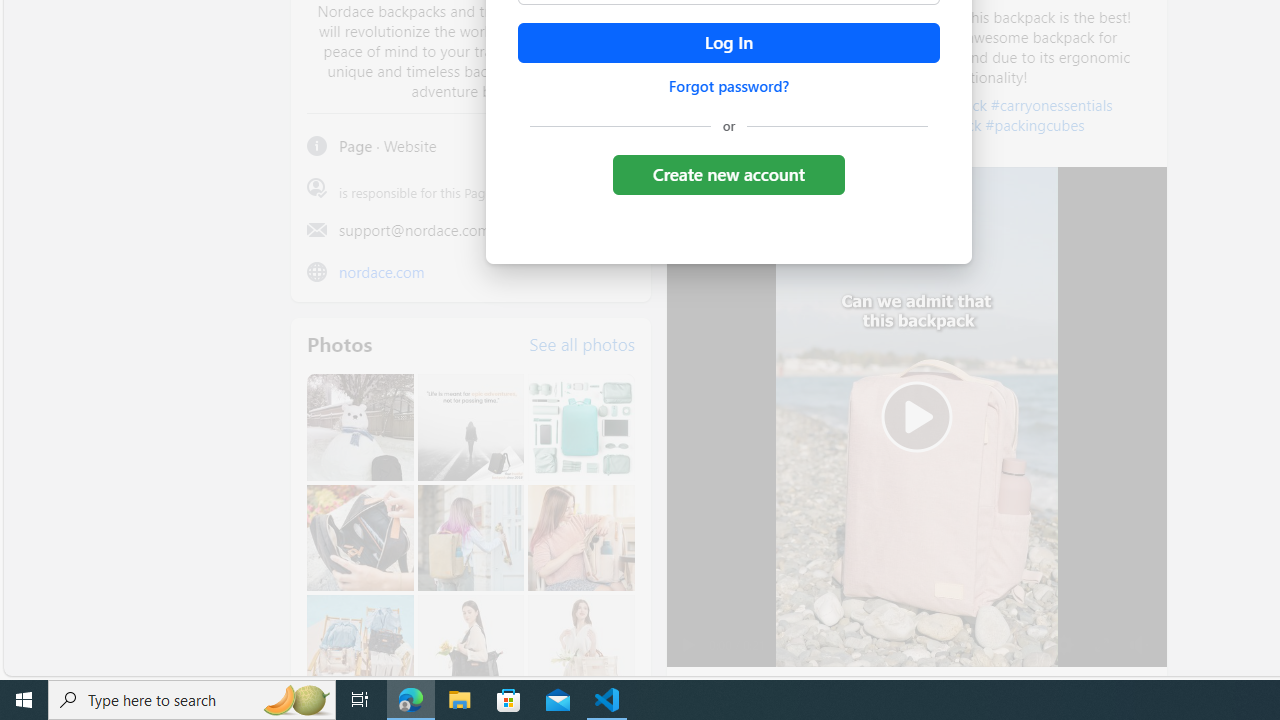  What do you see at coordinates (727, 43) in the screenshot?
I see `'Accessible login button'` at bounding box center [727, 43].